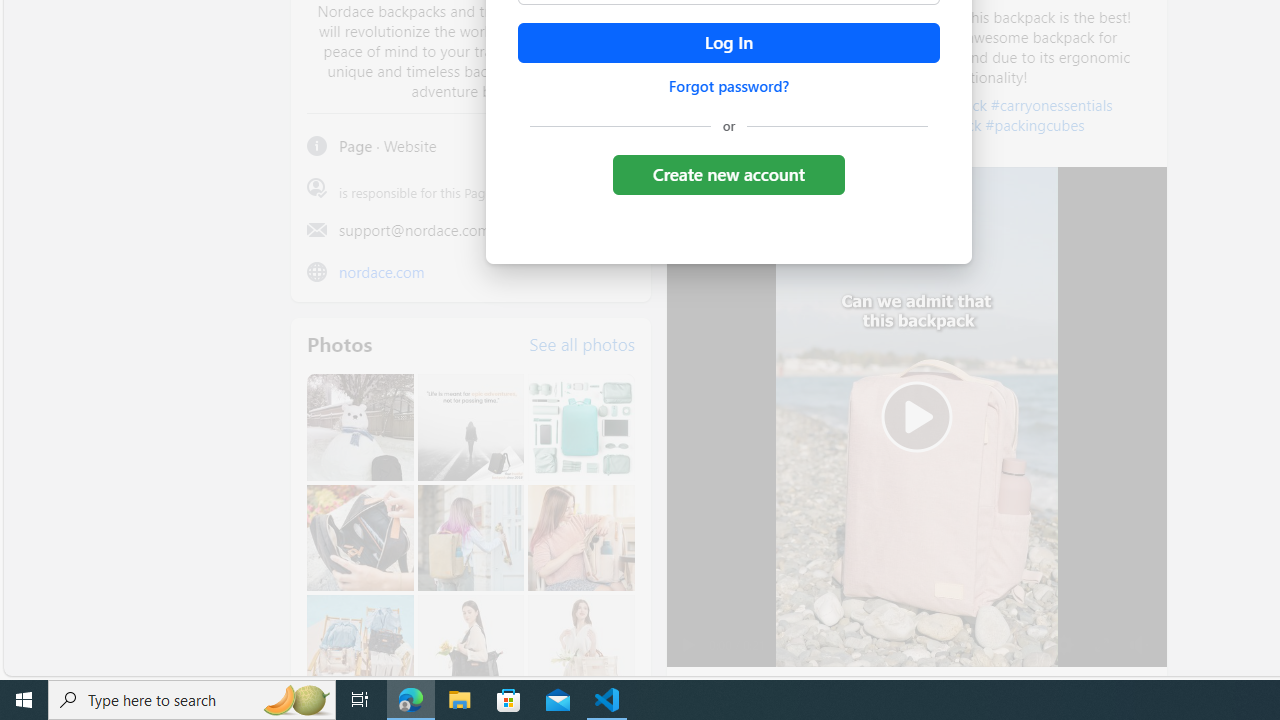  What do you see at coordinates (727, 43) in the screenshot?
I see `'Accessible login button'` at bounding box center [727, 43].